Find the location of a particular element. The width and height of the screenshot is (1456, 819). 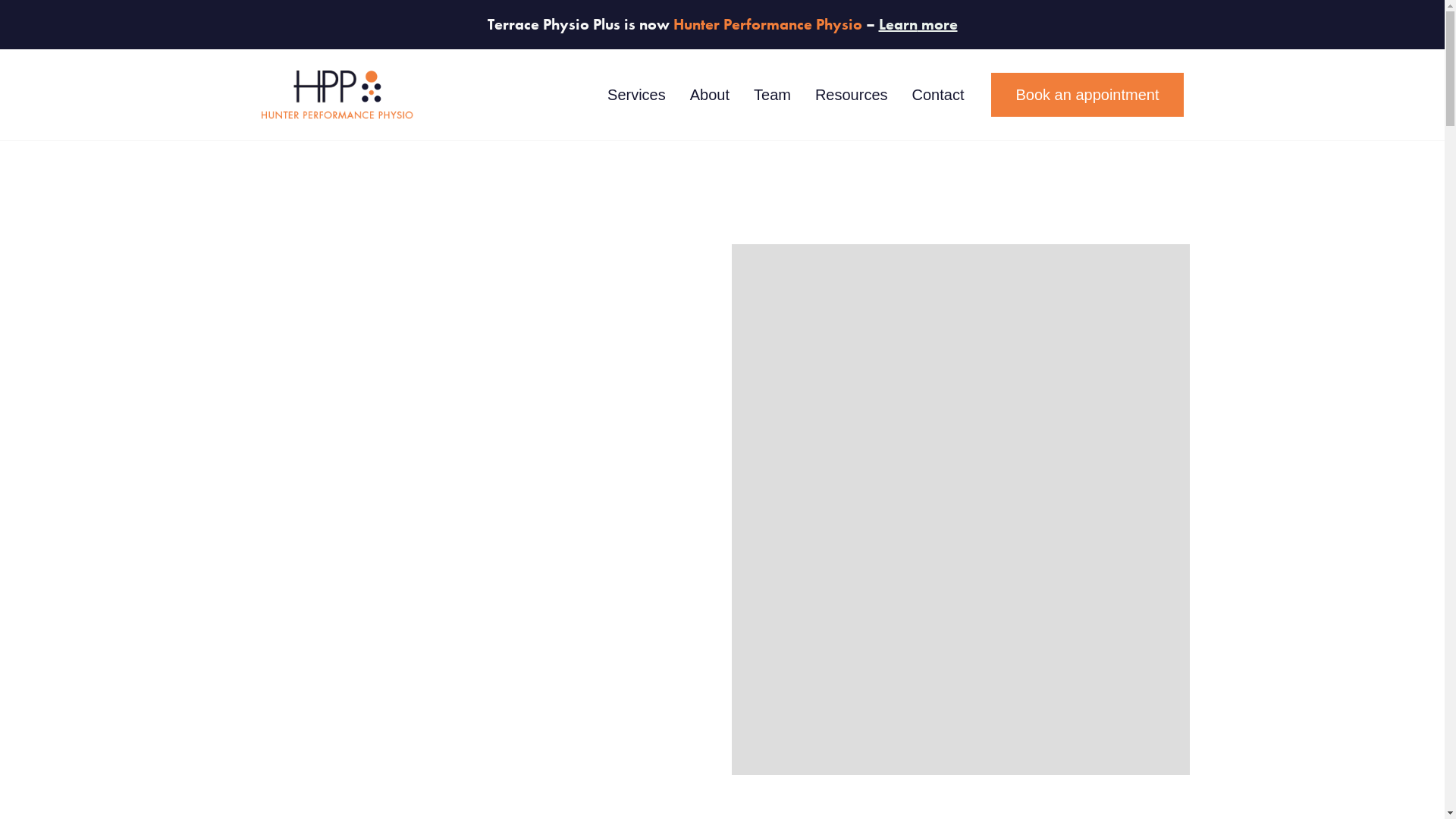

'About' is located at coordinates (676, 95).